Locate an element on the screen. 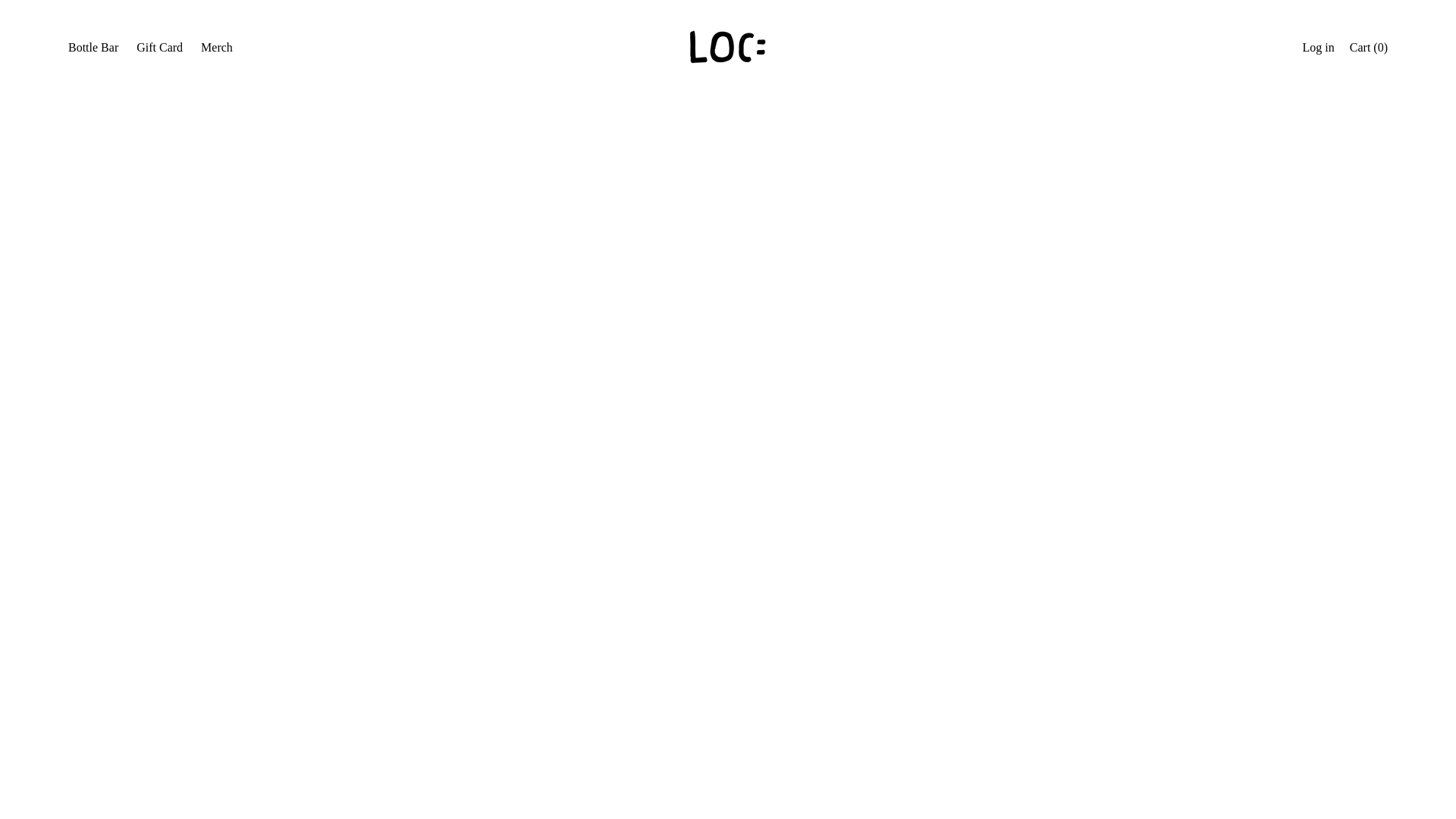 The image size is (1456, 819). 'Gift Card' is located at coordinates (105, 253).